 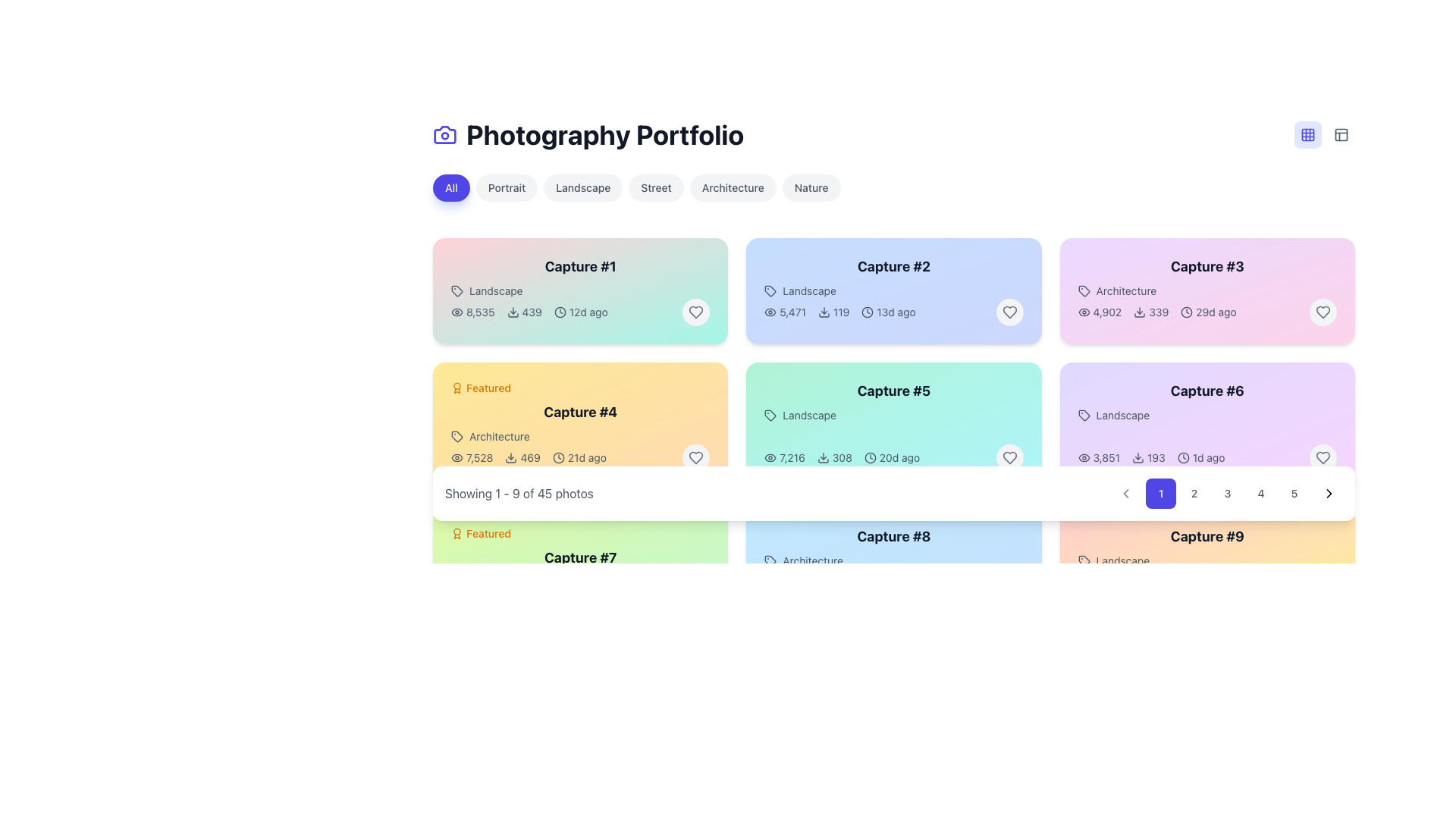 What do you see at coordinates (1125, 494) in the screenshot?
I see `the small, rounded button with a leftward-pointing chevron icon located in the pagination section, immediately to the left of the '1' button, to observe the hover effect` at bounding box center [1125, 494].